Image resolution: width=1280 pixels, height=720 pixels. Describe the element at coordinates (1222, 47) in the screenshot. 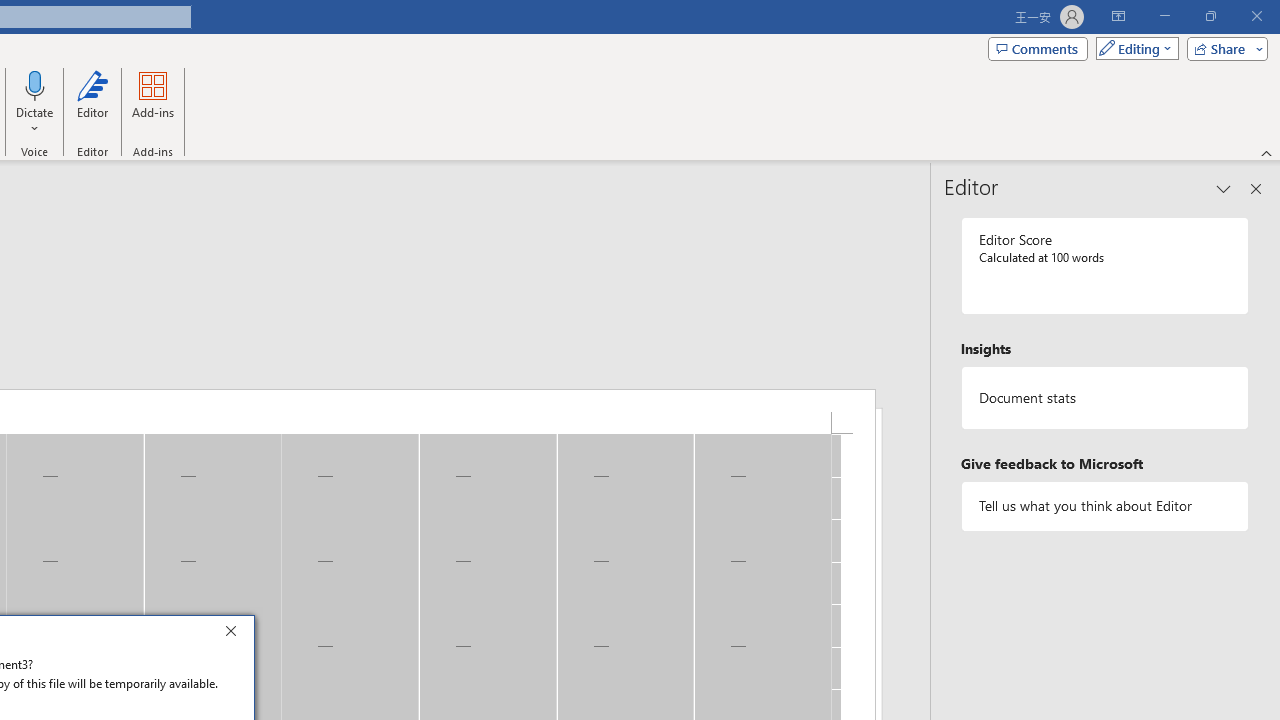

I see `'Share'` at that location.